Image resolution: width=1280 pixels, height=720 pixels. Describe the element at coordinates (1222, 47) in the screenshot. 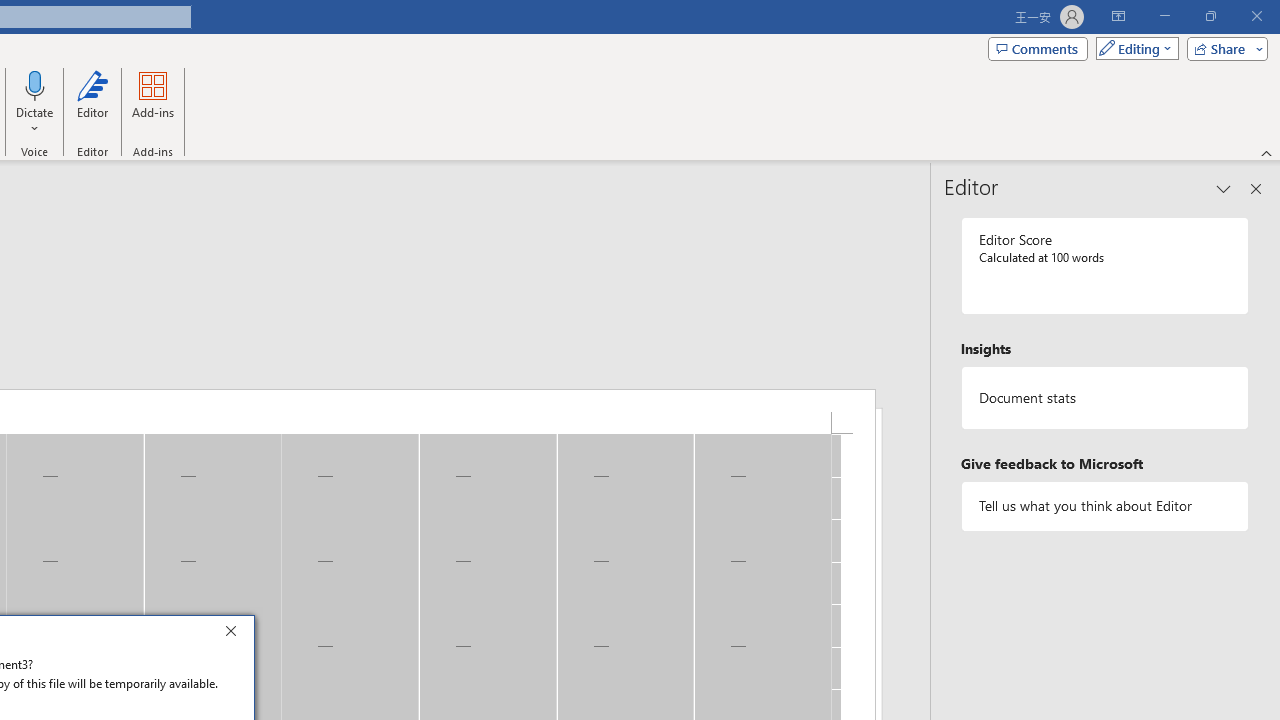

I see `'Share'` at that location.